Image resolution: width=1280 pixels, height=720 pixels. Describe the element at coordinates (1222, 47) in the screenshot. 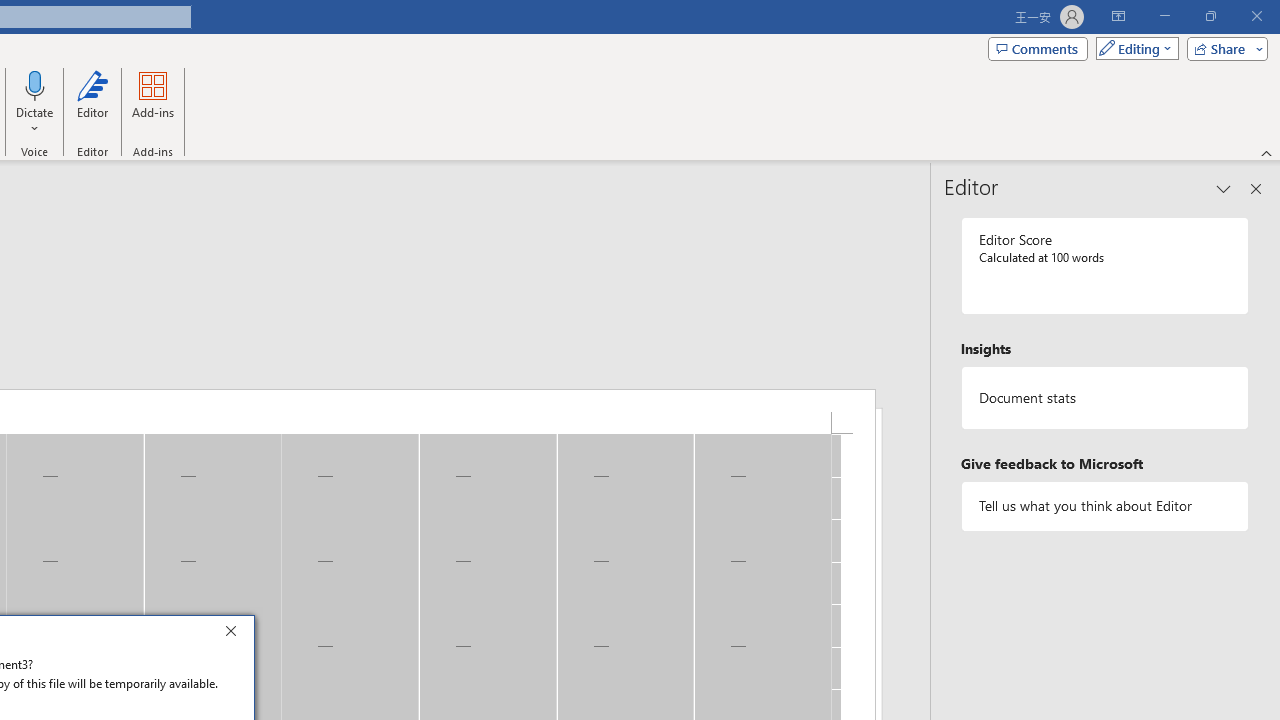

I see `'Share'` at that location.